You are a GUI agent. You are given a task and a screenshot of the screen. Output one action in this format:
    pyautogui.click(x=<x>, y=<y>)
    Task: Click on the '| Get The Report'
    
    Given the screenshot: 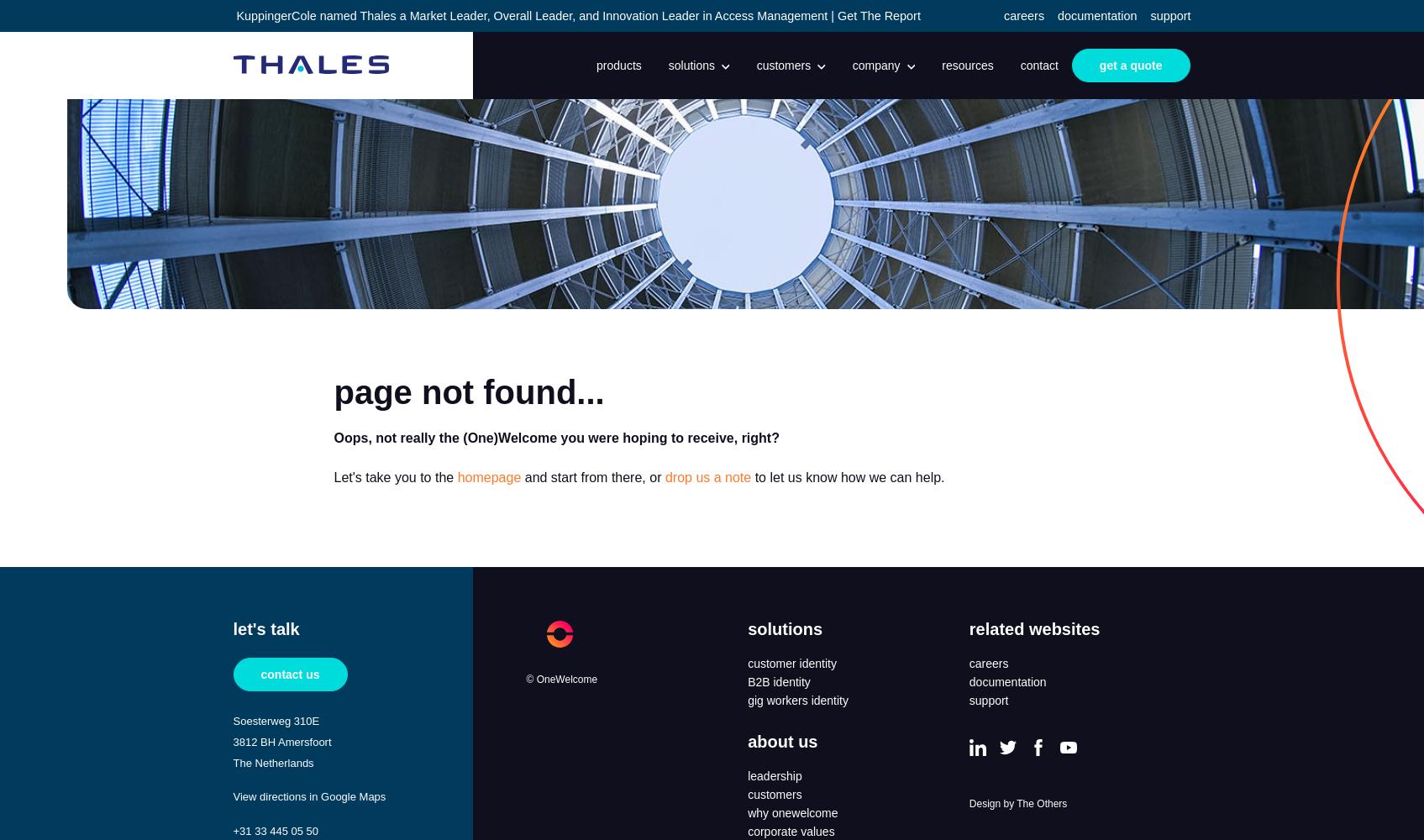 What is the action you would take?
    pyautogui.click(x=874, y=16)
    